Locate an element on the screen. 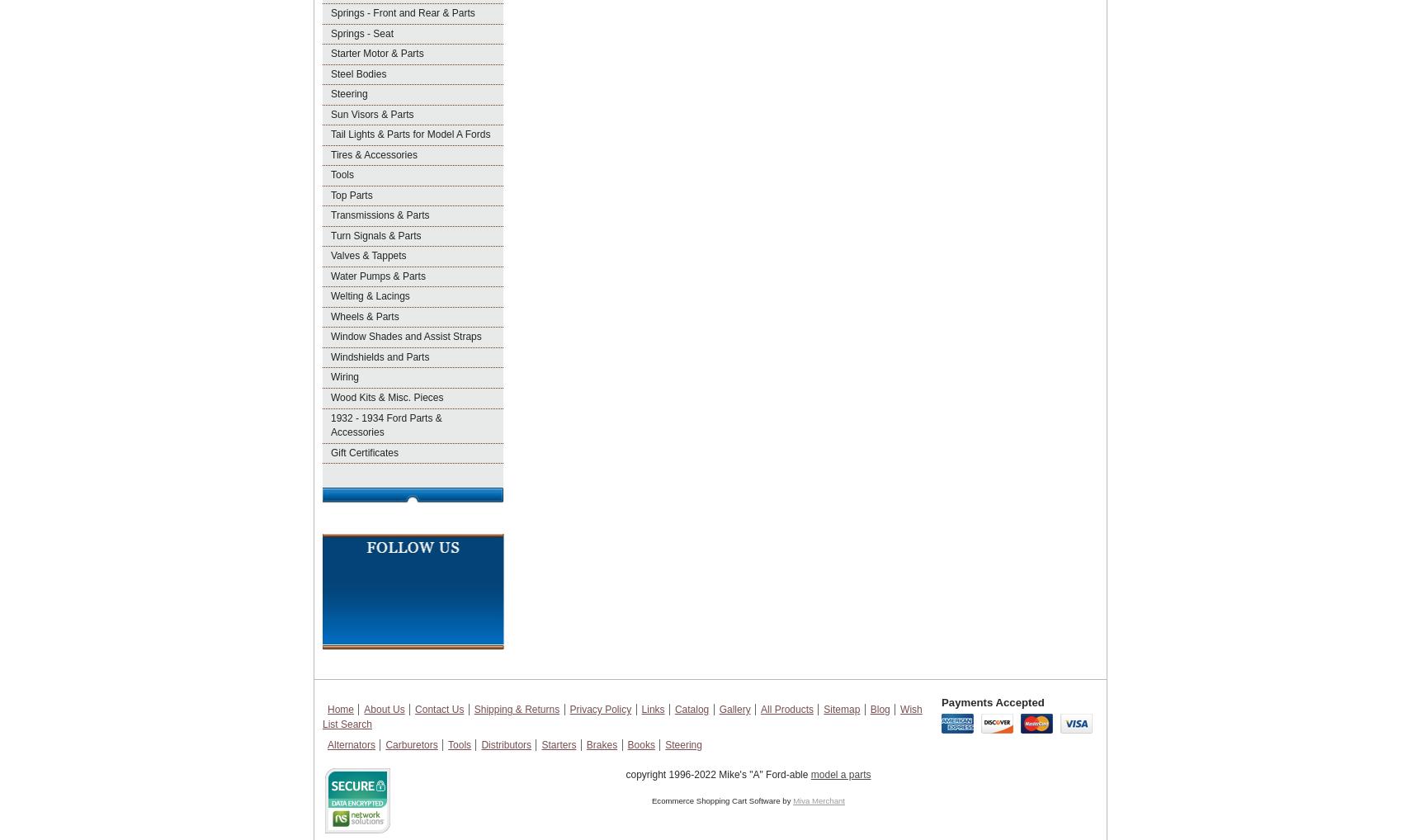 The height and width of the screenshot is (840, 1421). 'Turn Signals & Parts' is located at coordinates (375, 235).